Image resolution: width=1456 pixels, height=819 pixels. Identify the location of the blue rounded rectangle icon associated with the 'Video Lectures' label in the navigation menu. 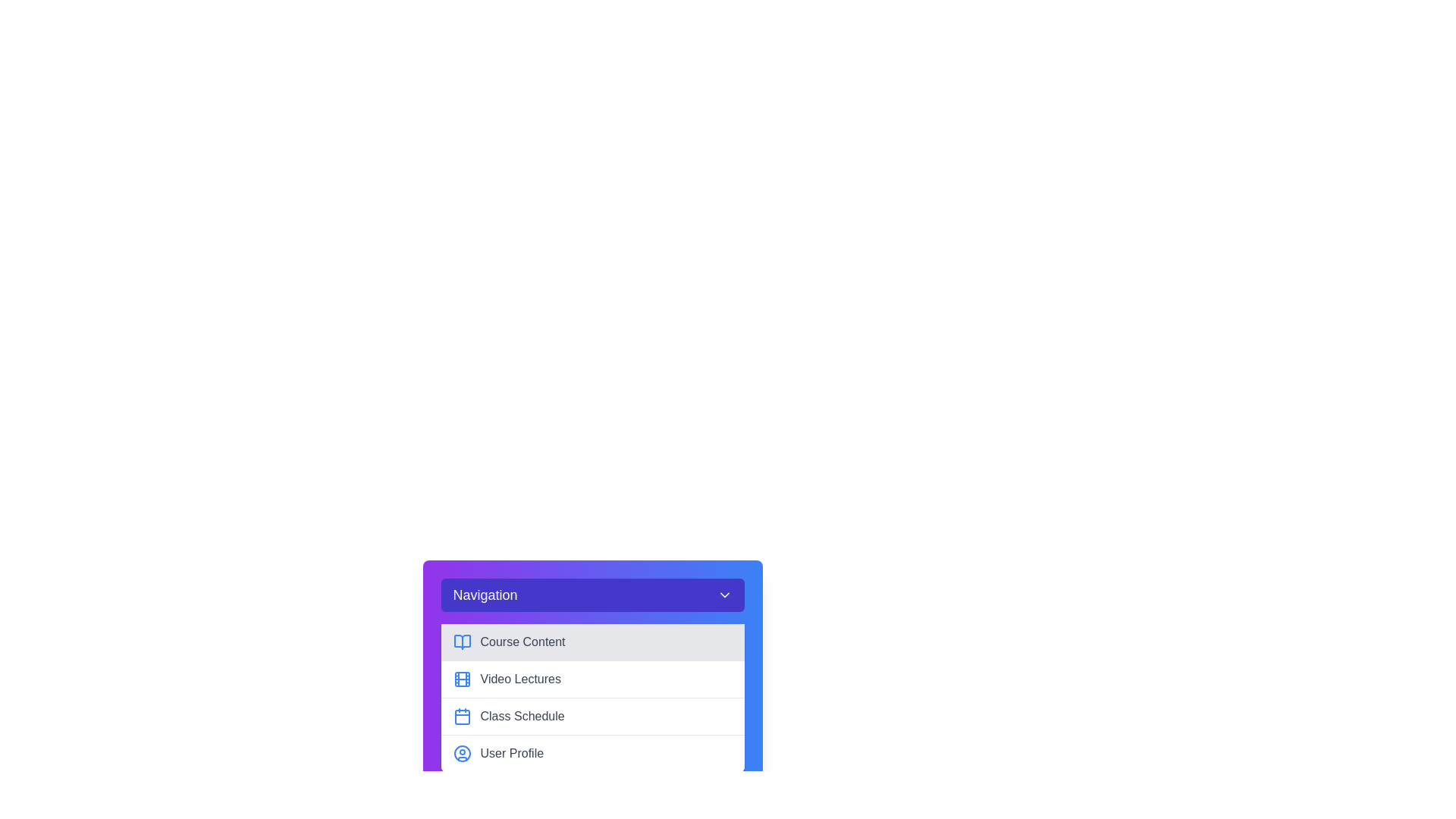
(461, 678).